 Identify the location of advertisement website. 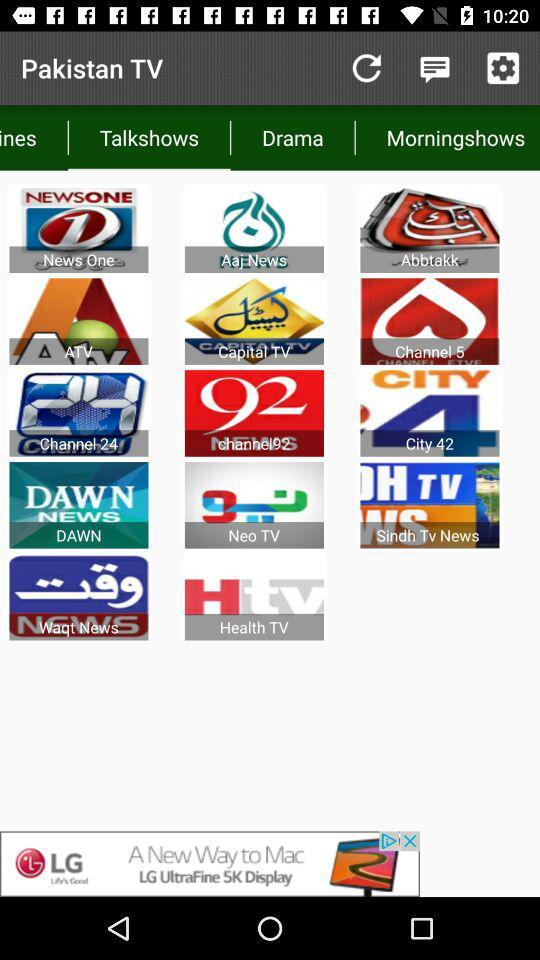
(270, 863).